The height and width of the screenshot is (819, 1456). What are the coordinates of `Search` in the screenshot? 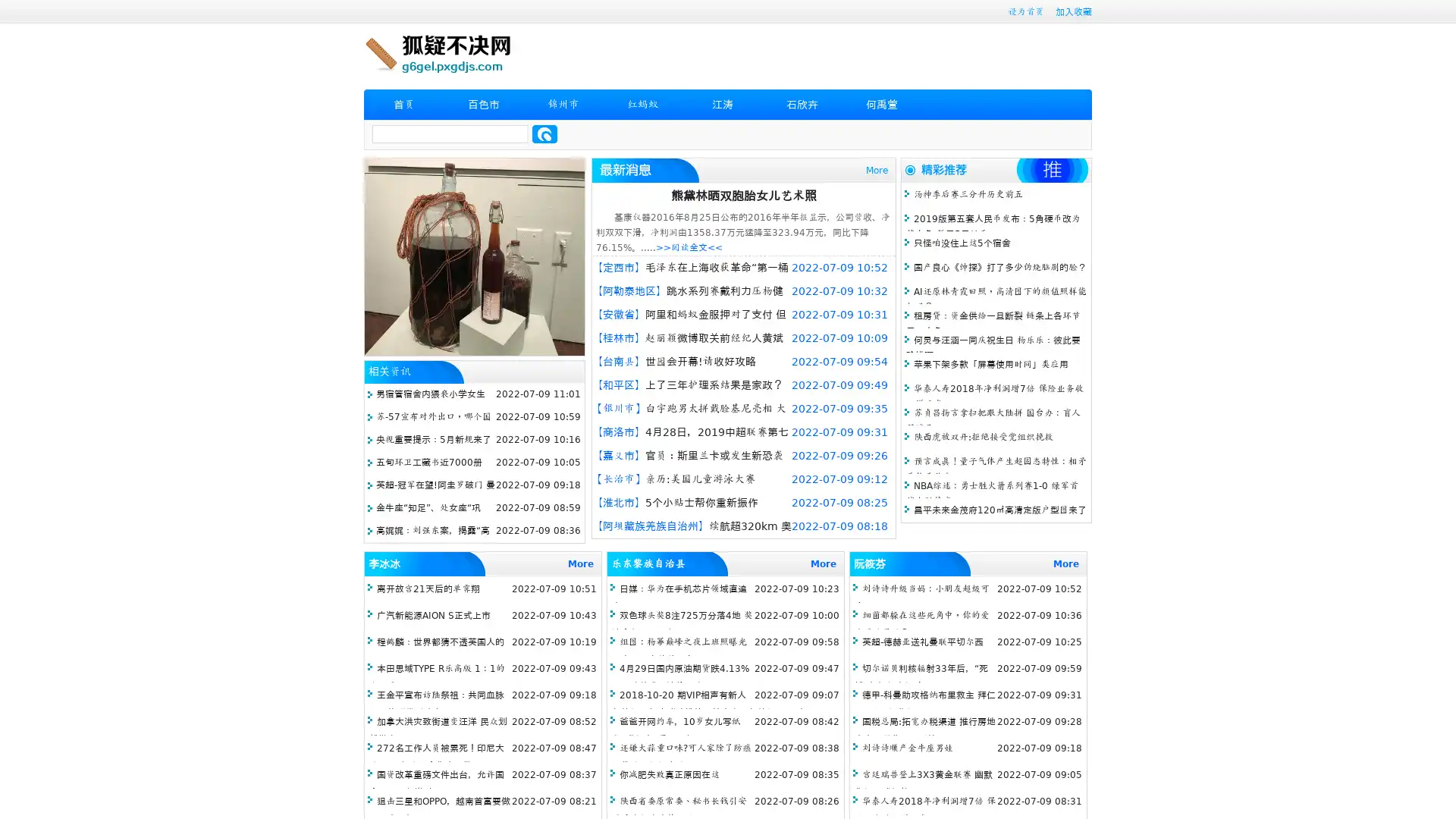 It's located at (544, 133).